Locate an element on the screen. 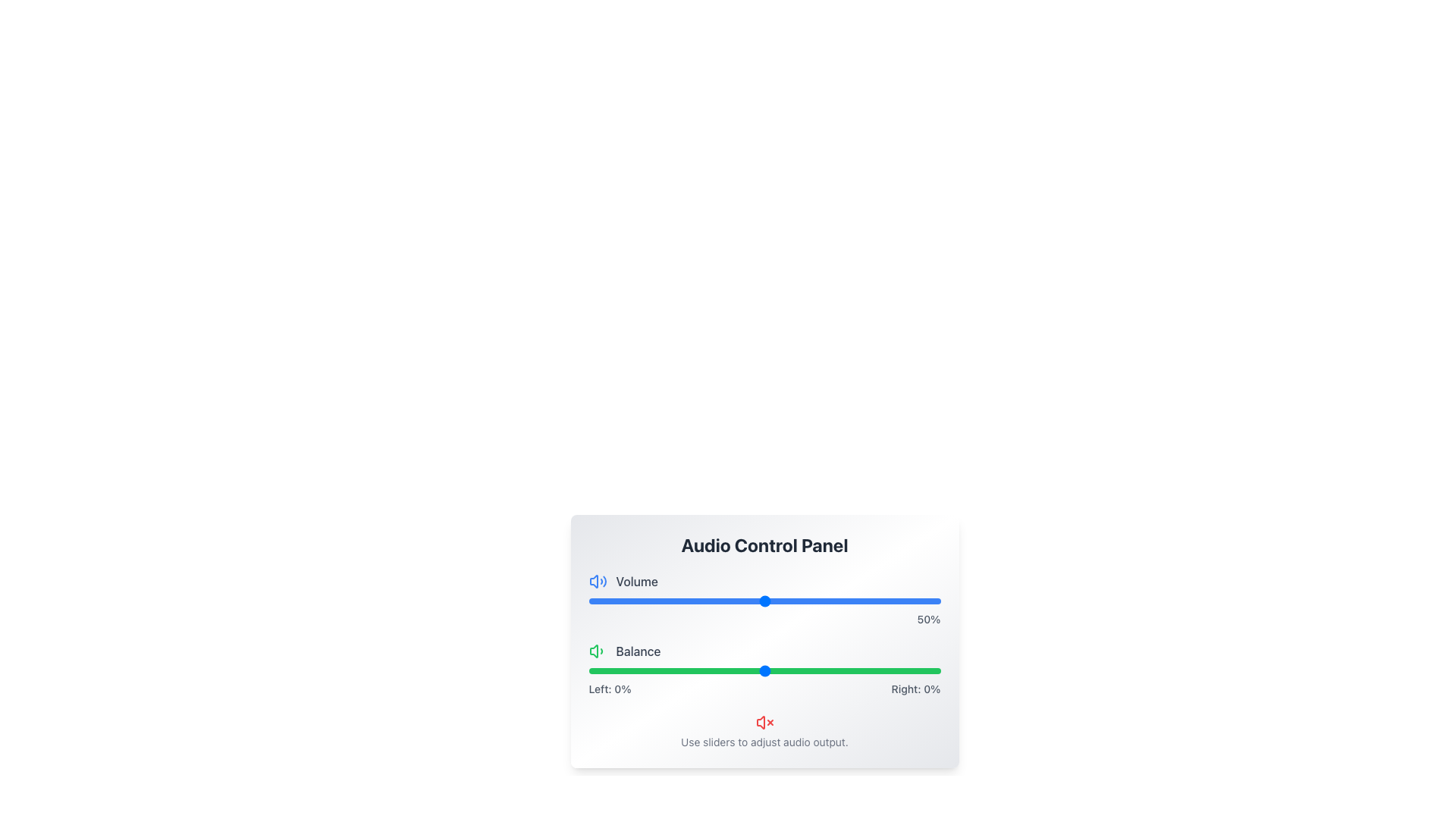  value displayed on the static text label indicating the balance percentage for the left channel in the Audio Control Panel is located at coordinates (610, 689).